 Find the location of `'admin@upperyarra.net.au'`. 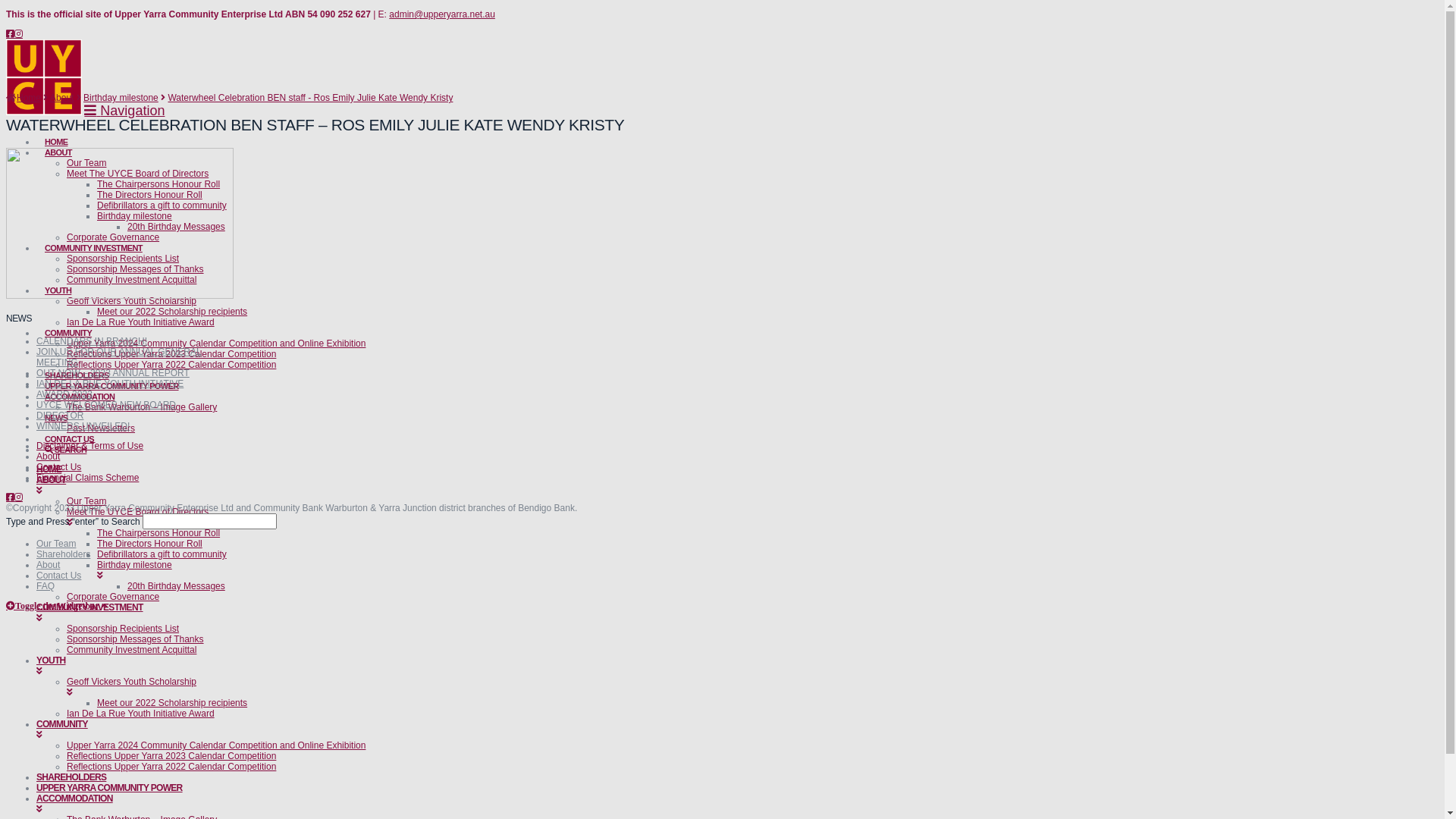

'admin@upperyarra.net.au' is located at coordinates (441, 14).